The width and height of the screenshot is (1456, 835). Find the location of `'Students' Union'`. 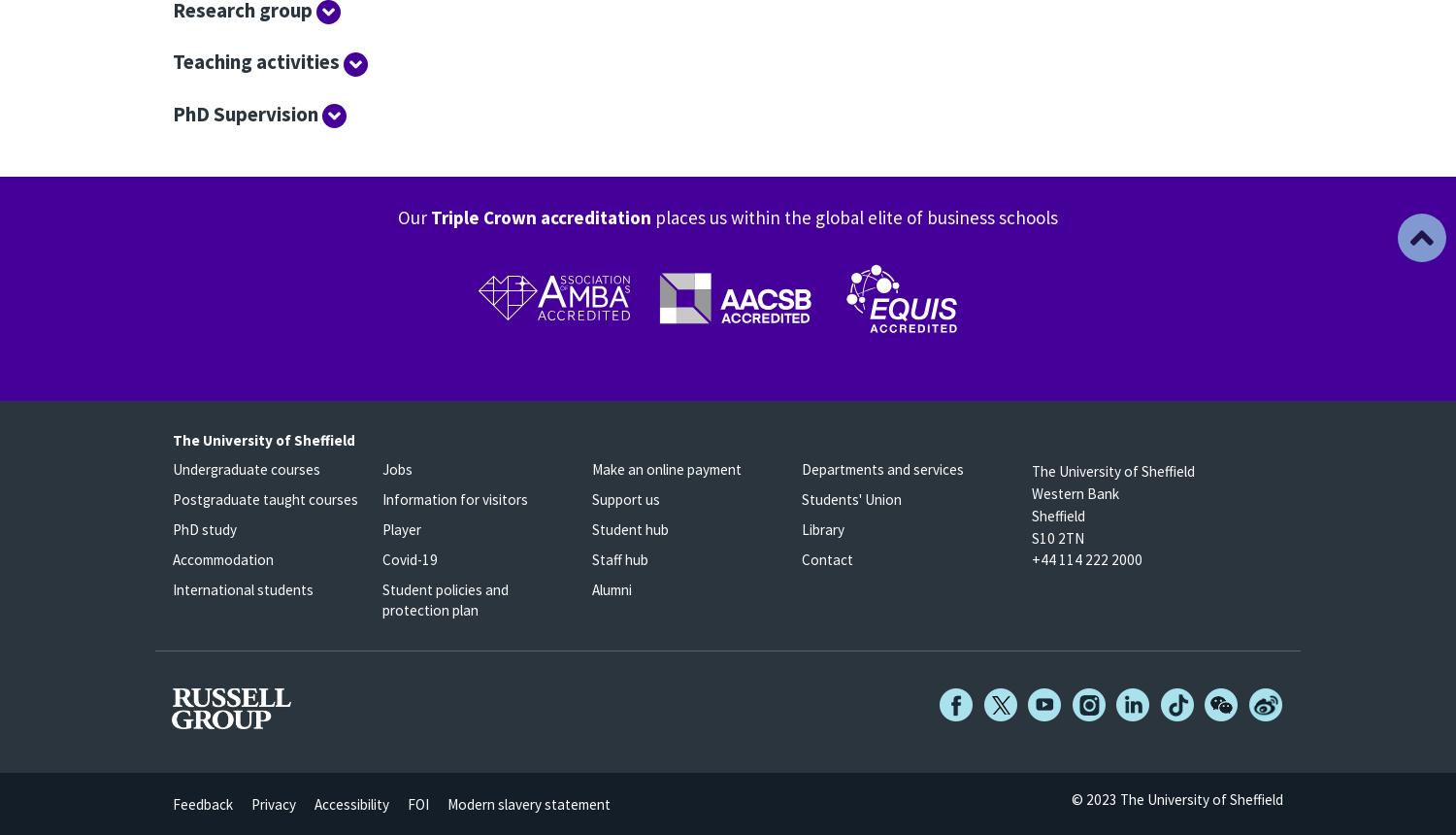

'Students' Union' is located at coordinates (851, 498).